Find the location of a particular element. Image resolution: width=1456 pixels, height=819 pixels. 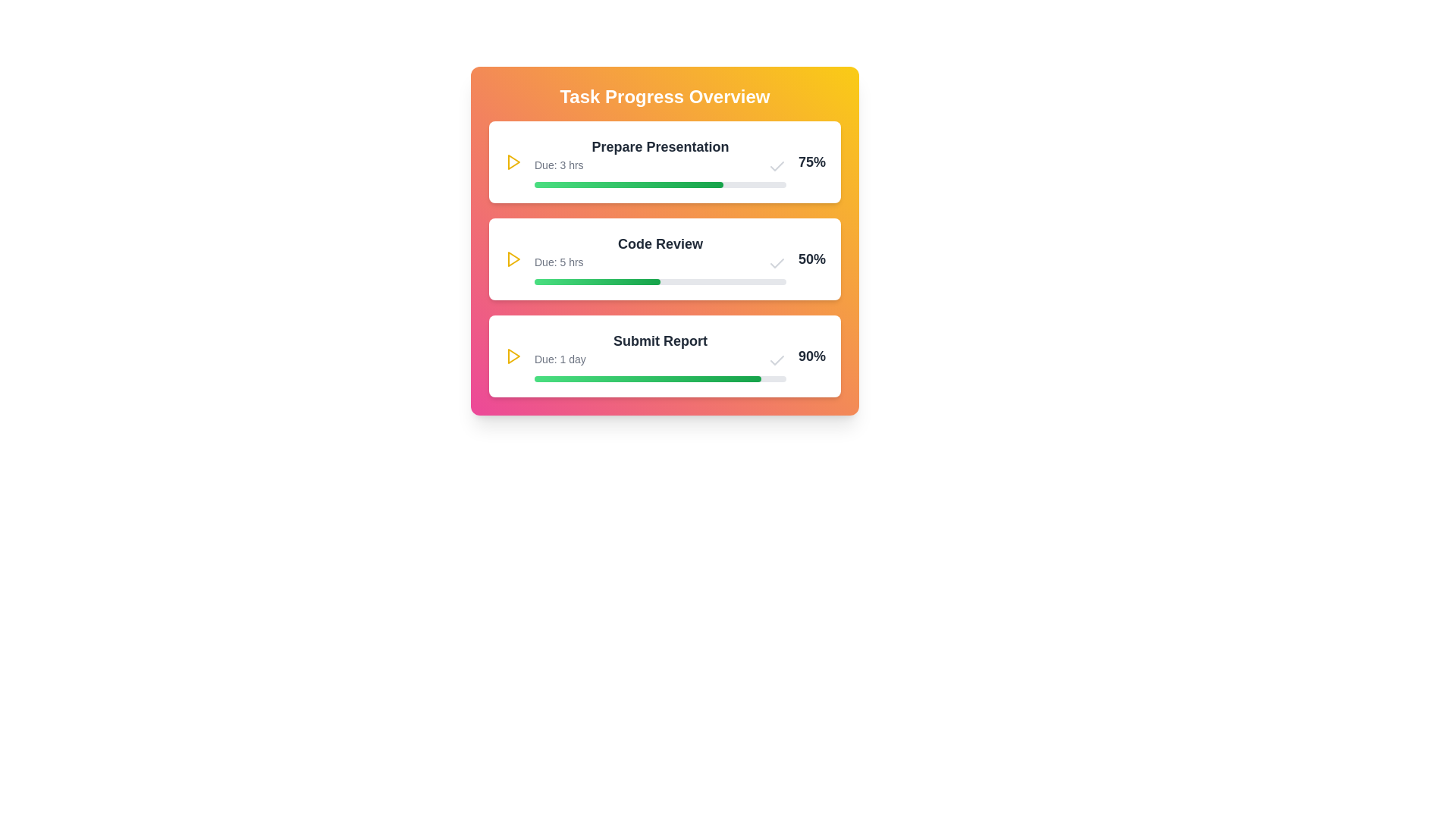

the checkmark icon with a gray color and rounded outline located in the 'Submit Report' section, positioned on the right side near the text displaying '90%' is located at coordinates (777, 360).